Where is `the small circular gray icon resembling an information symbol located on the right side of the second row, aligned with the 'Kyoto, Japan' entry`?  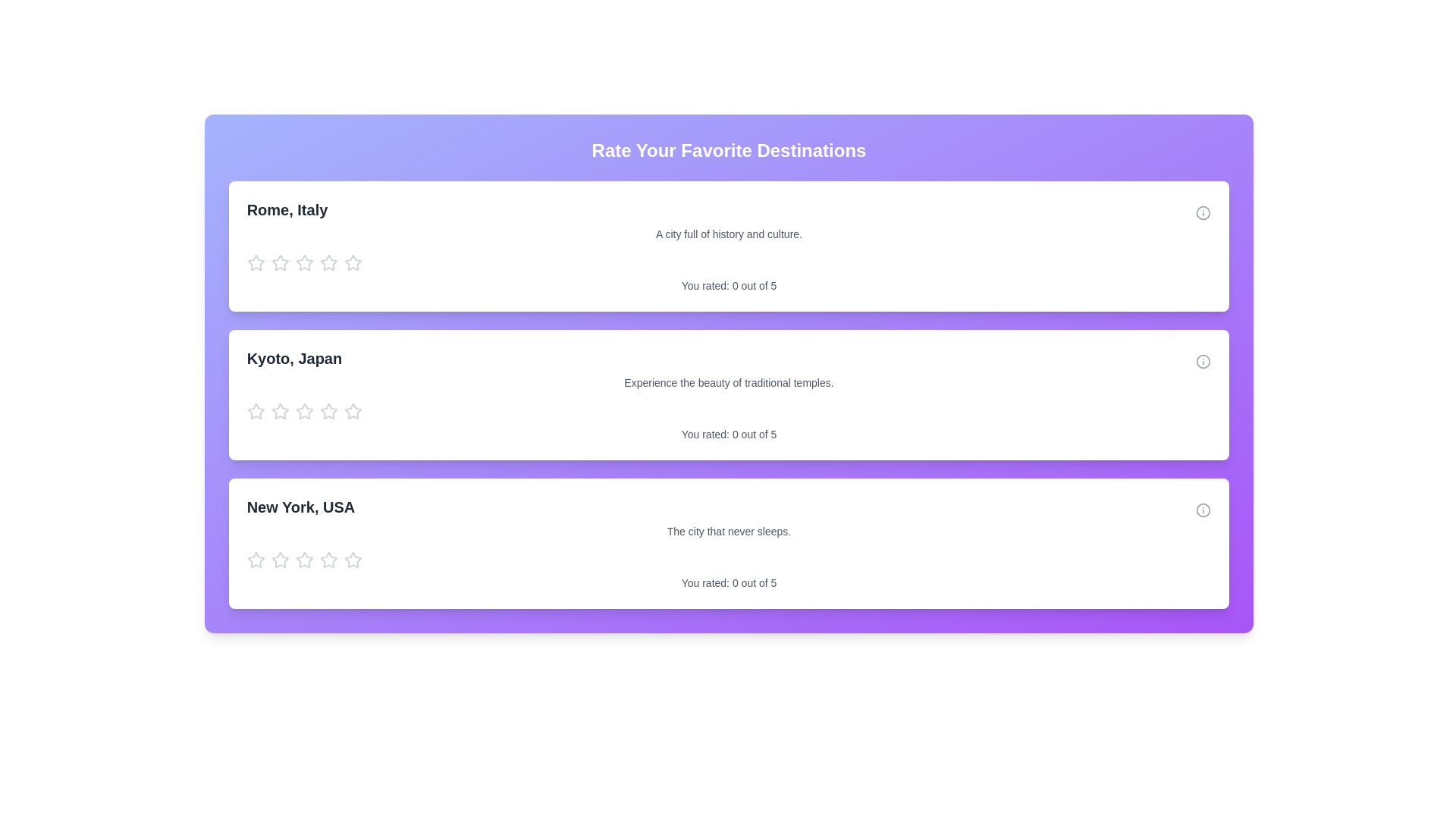
the small circular gray icon resembling an information symbol located on the right side of the second row, aligned with the 'Kyoto, Japan' entry is located at coordinates (1203, 362).